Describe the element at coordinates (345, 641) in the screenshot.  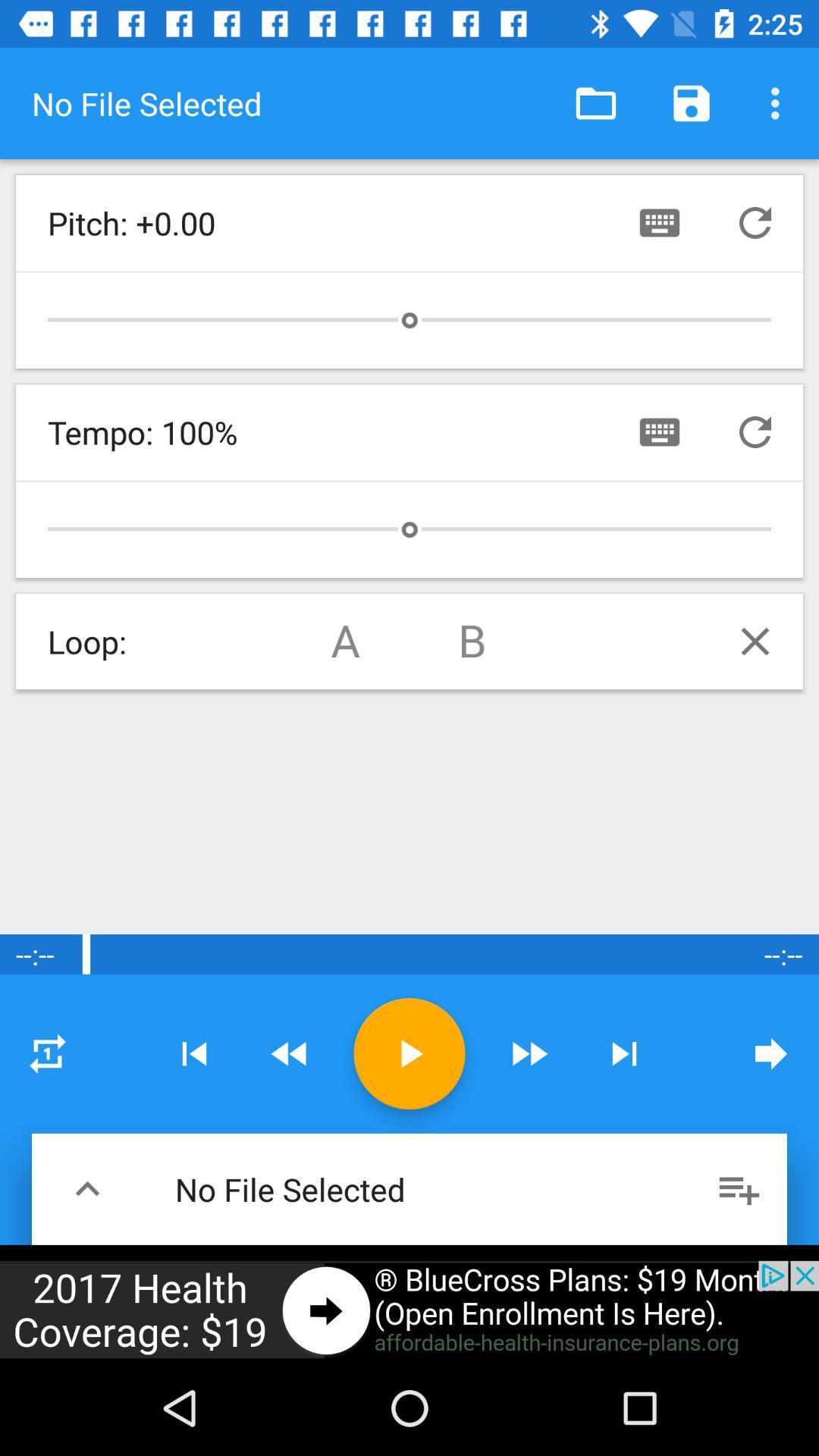
I see `loop a` at that location.